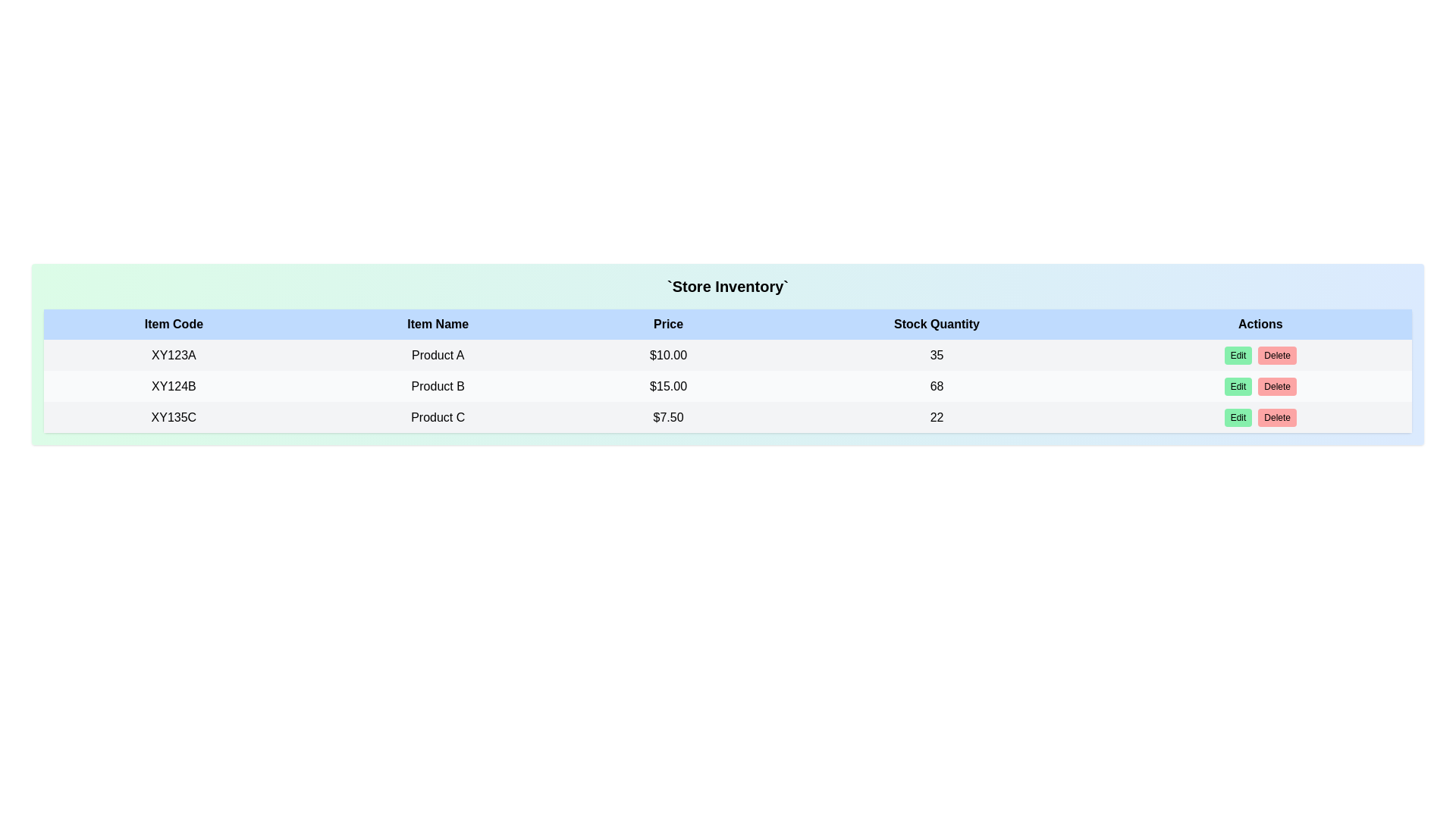  I want to click on the 'Edit' button in the grouped pair of action buttons for 'Product C' located in the final column of the 'Store Inventory' table corresponding to 'XY135C', so click(1260, 417).